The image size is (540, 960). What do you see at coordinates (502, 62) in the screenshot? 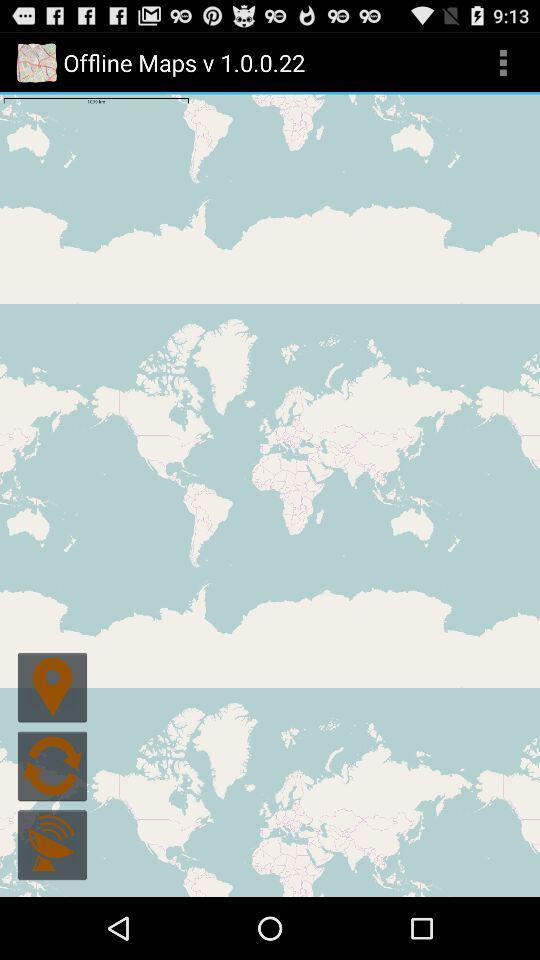
I see `the icon next to offline maps v icon` at bounding box center [502, 62].